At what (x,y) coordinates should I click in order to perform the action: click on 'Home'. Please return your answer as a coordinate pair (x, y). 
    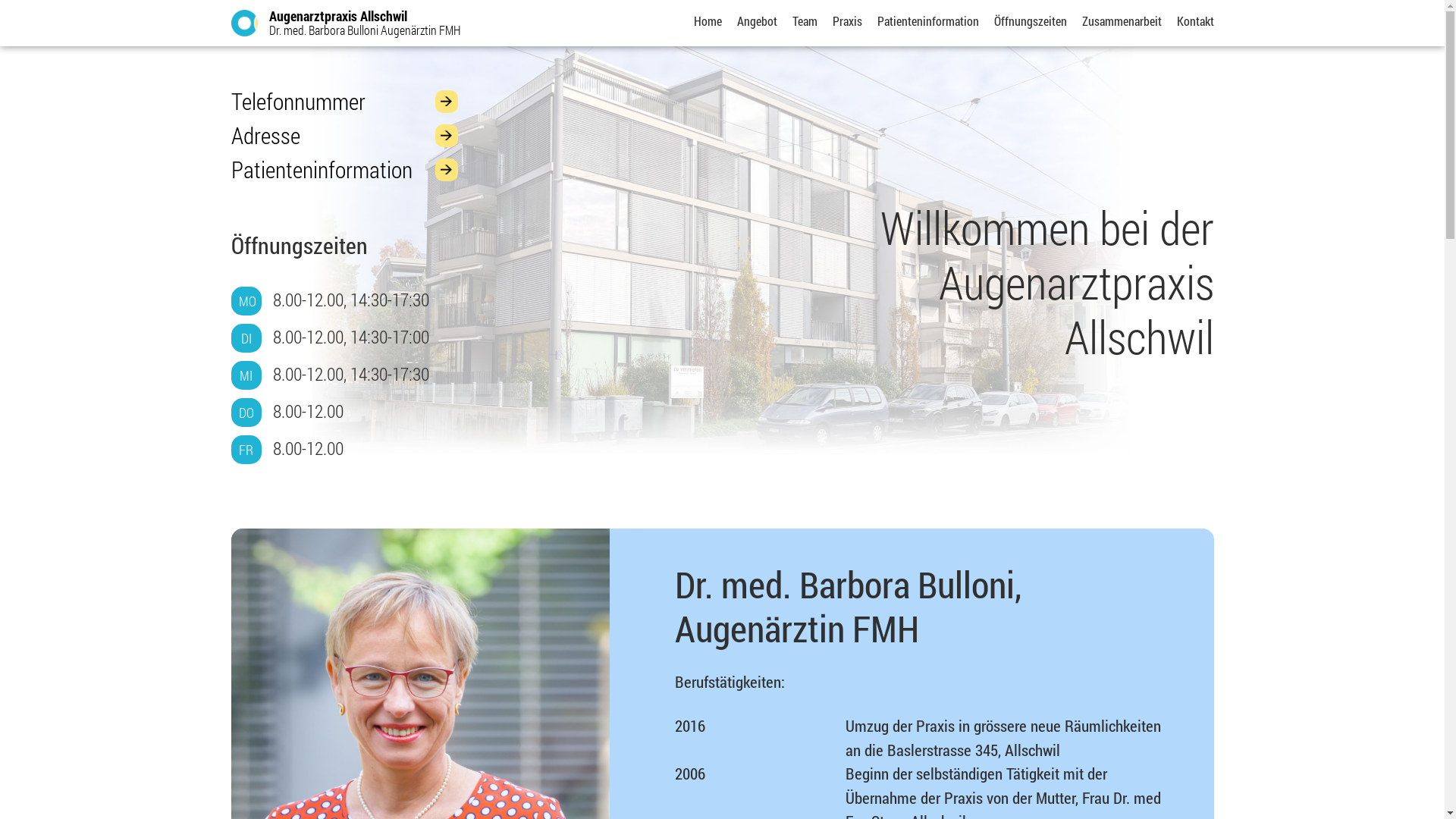
    Looking at the image, I should click on (706, 20).